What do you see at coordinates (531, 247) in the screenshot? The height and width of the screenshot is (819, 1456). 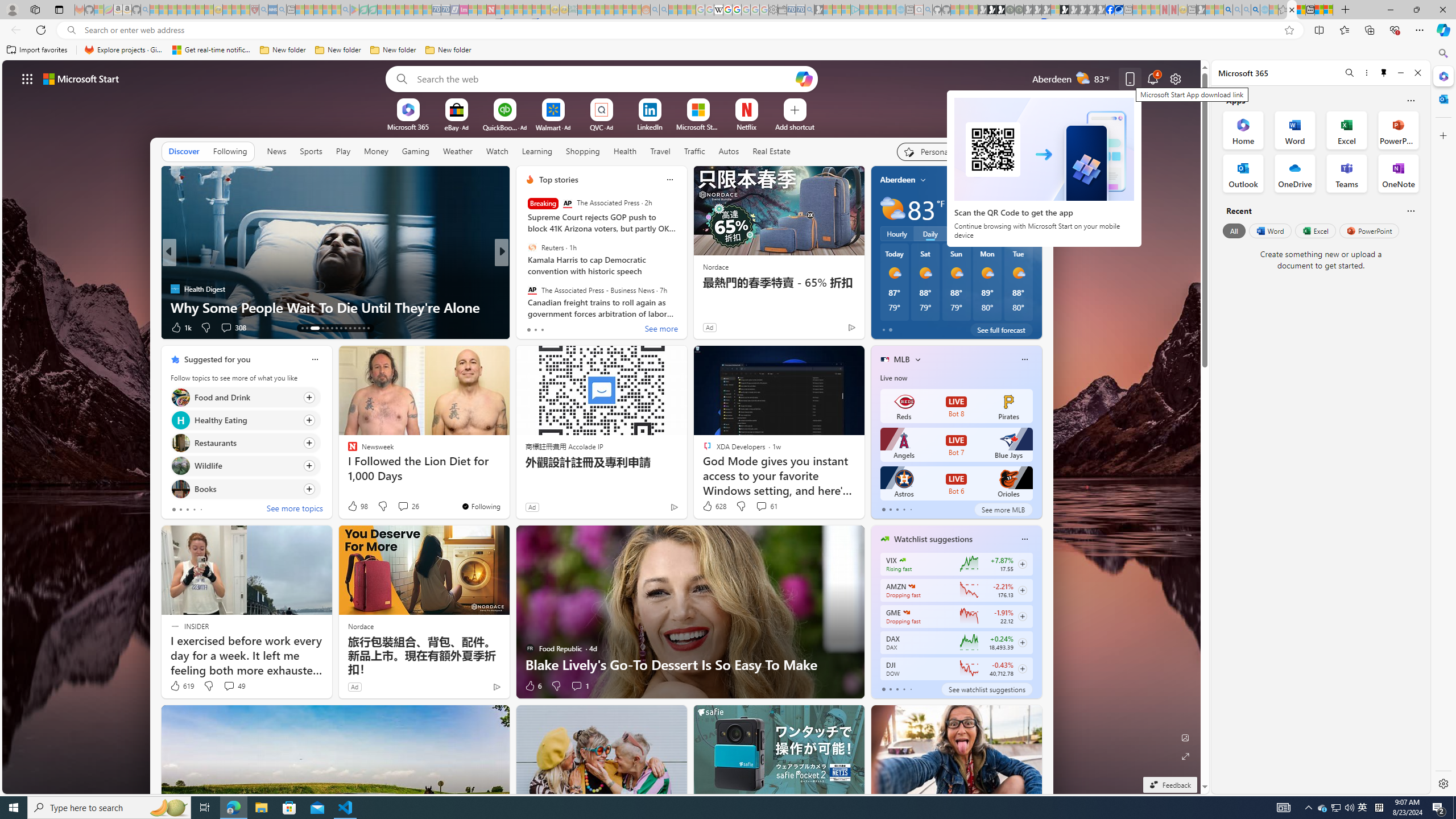 I see `'Reuters'` at bounding box center [531, 247].